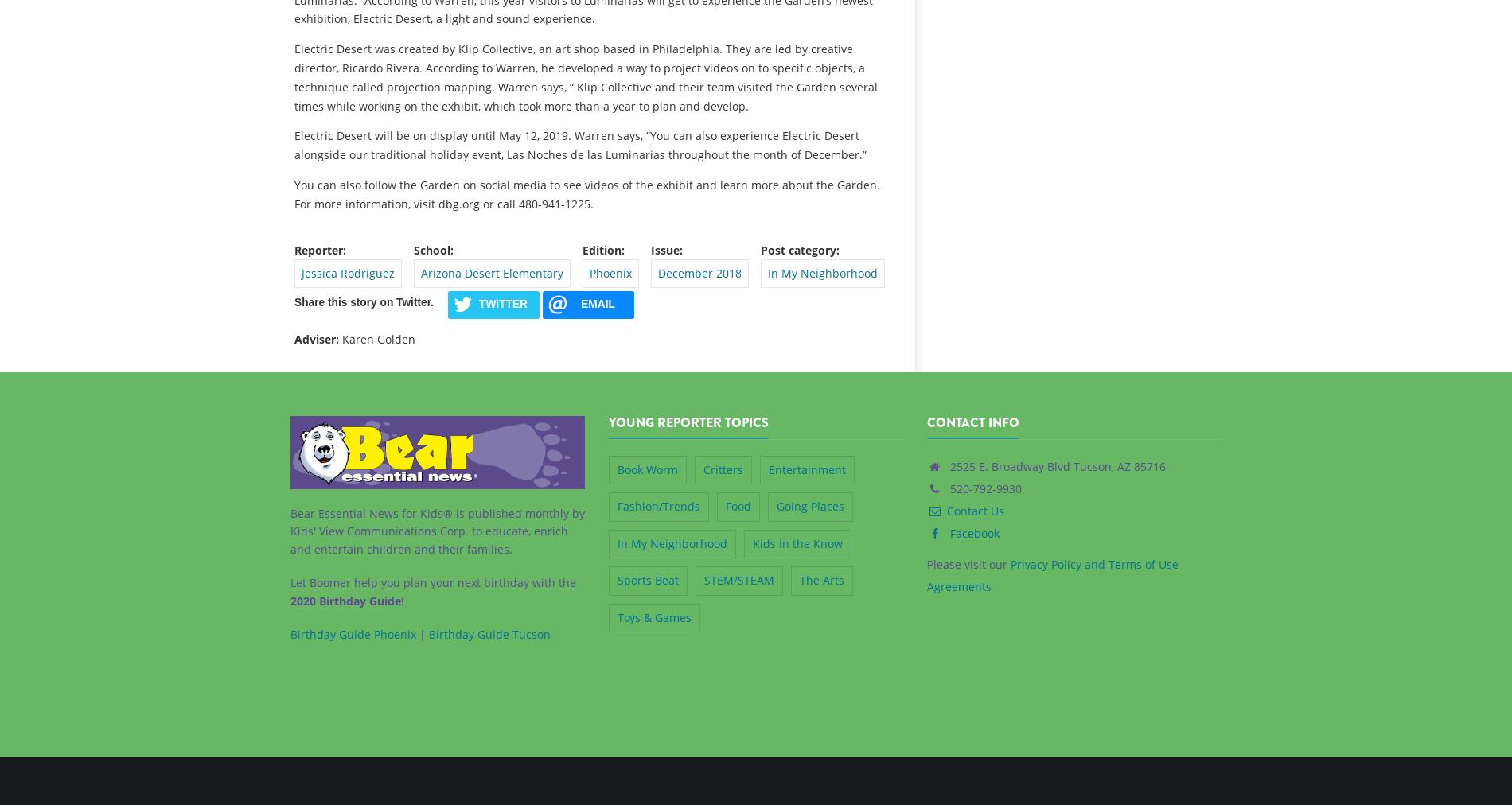  Describe the element at coordinates (1054, 465) in the screenshot. I see `'2525 E. Broadway Blvd Tucson, AZ 85716'` at that location.